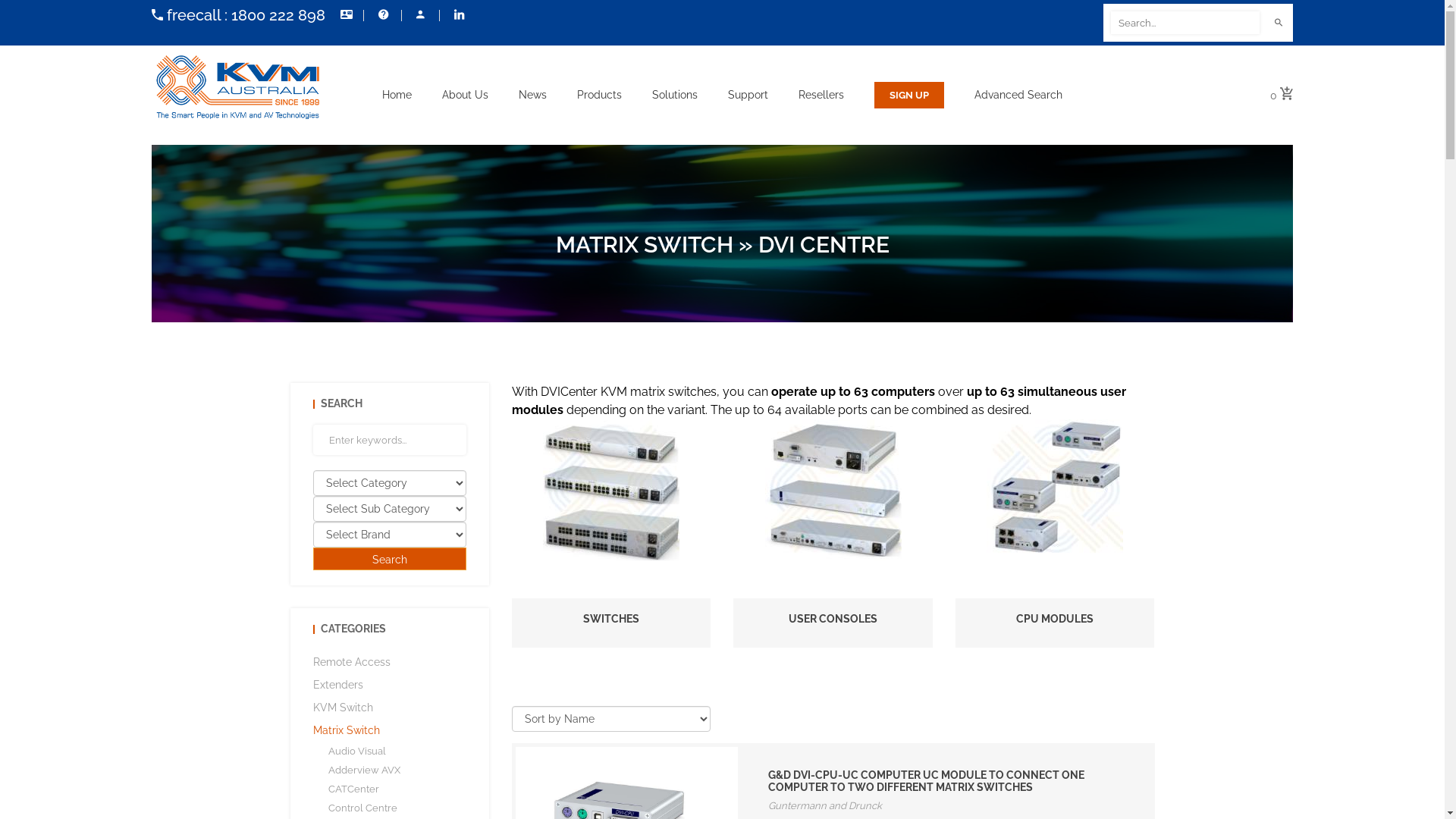 The height and width of the screenshot is (819, 1456). What do you see at coordinates (832, 619) in the screenshot?
I see `'USER CONSOLES'` at bounding box center [832, 619].